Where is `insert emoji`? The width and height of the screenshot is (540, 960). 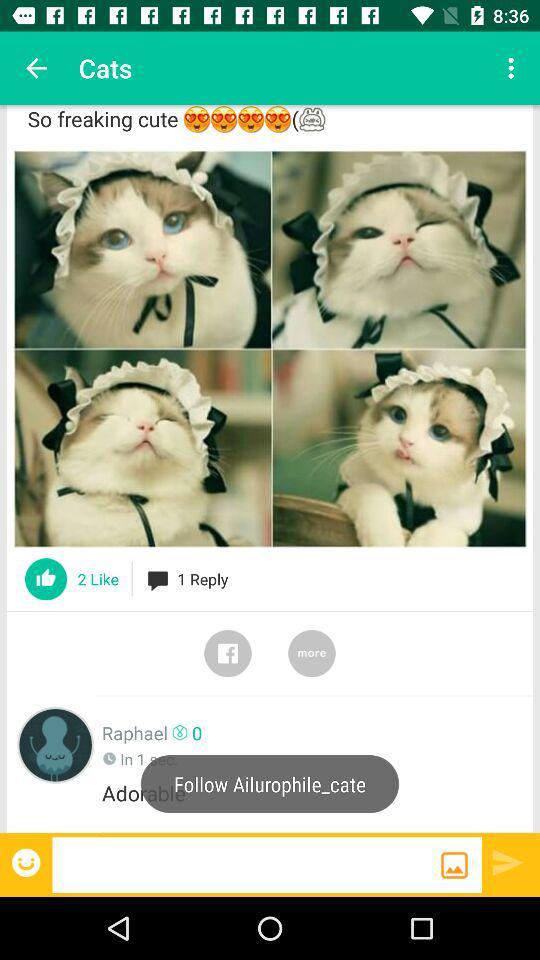 insert emoji is located at coordinates (27, 861).